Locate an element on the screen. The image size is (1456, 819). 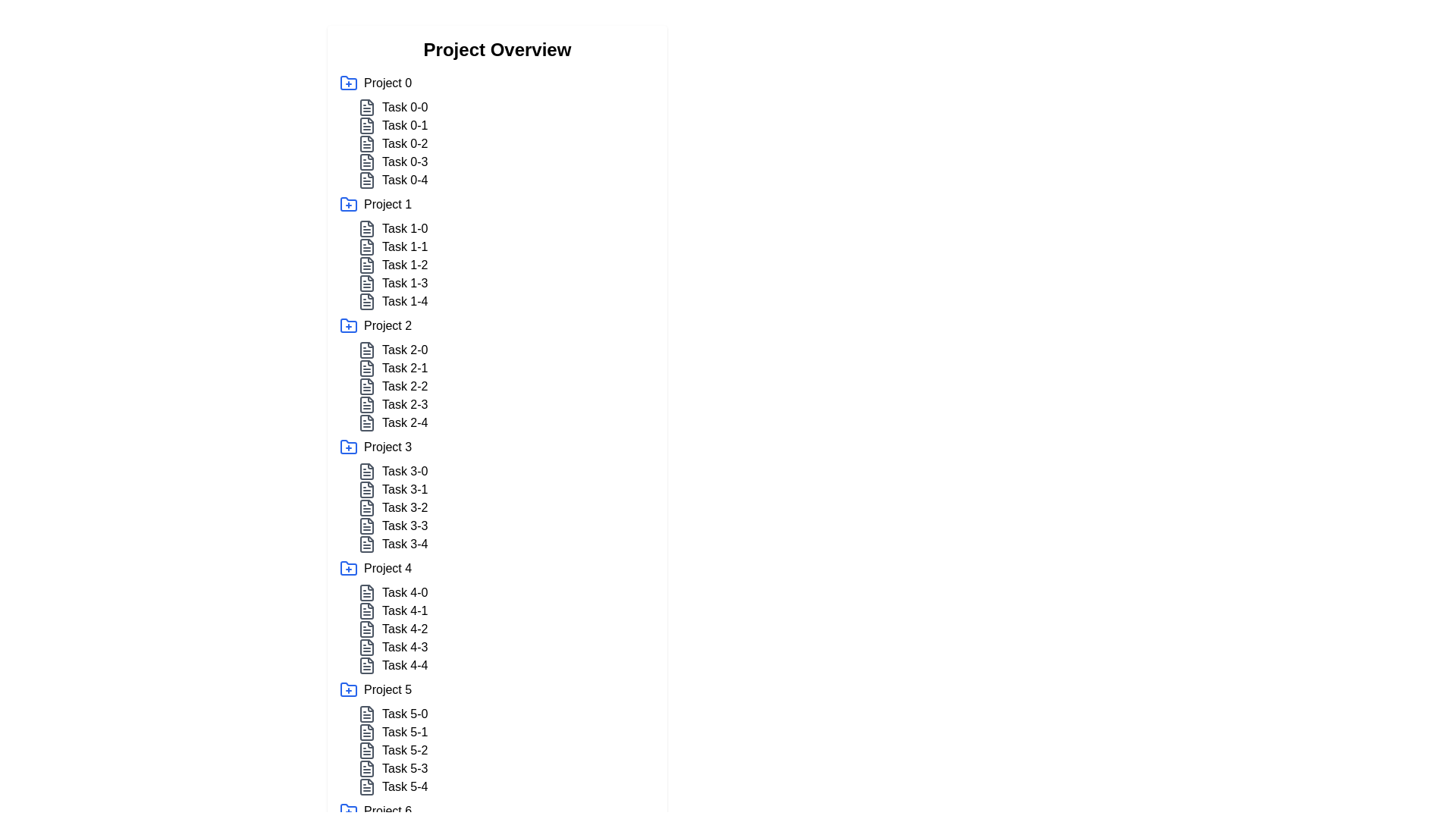
the graphical icon representing the file or document is located at coordinates (367, 143).